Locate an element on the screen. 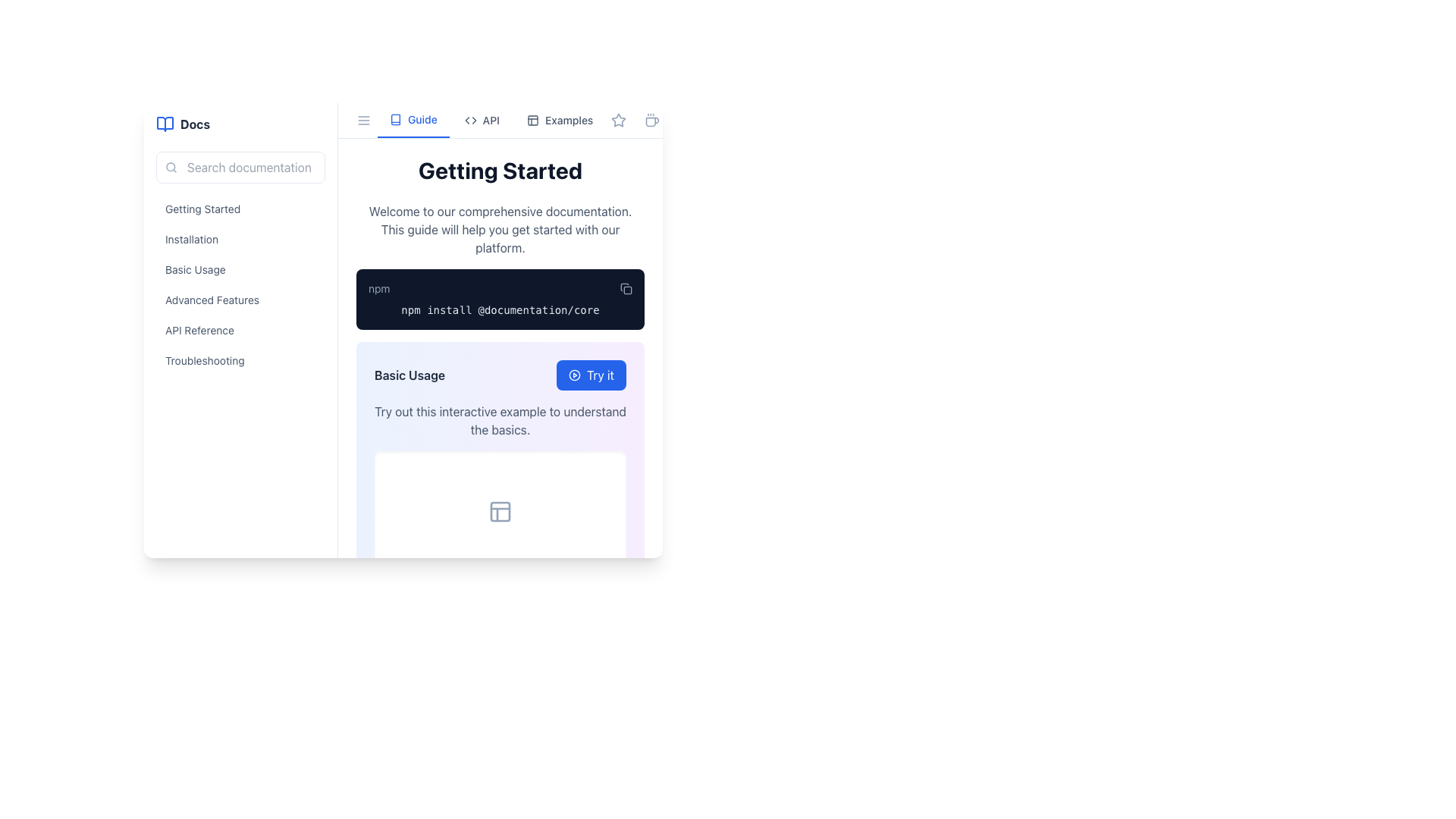 Image resolution: width=1456 pixels, height=819 pixels. the star-shaped icon in the top-right corner of the application's header bar is located at coordinates (619, 119).